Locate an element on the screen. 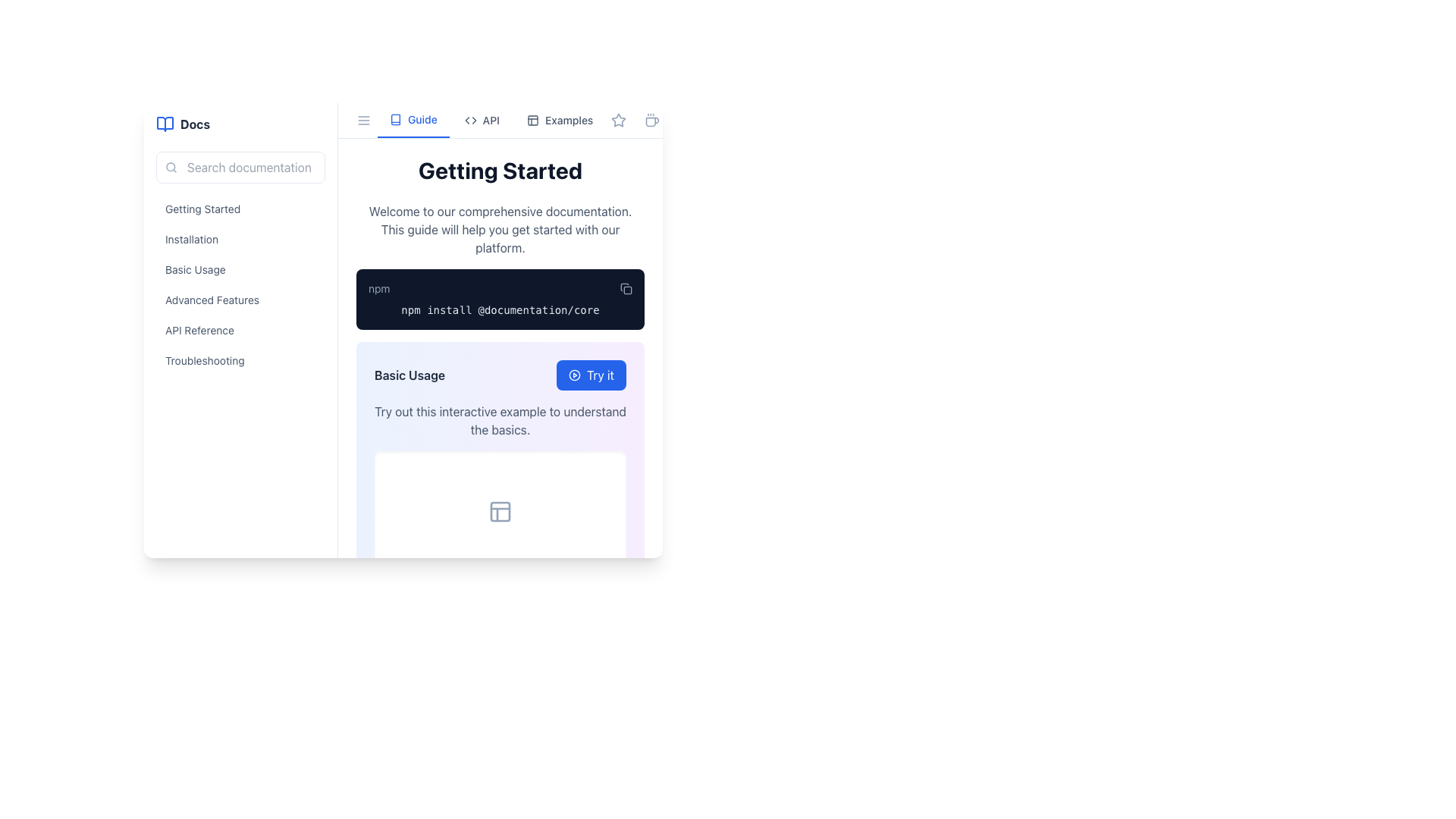 Image resolution: width=1456 pixels, height=819 pixels. the star-shaped icon in the top-right corner of the application's header bar is located at coordinates (619, 119).